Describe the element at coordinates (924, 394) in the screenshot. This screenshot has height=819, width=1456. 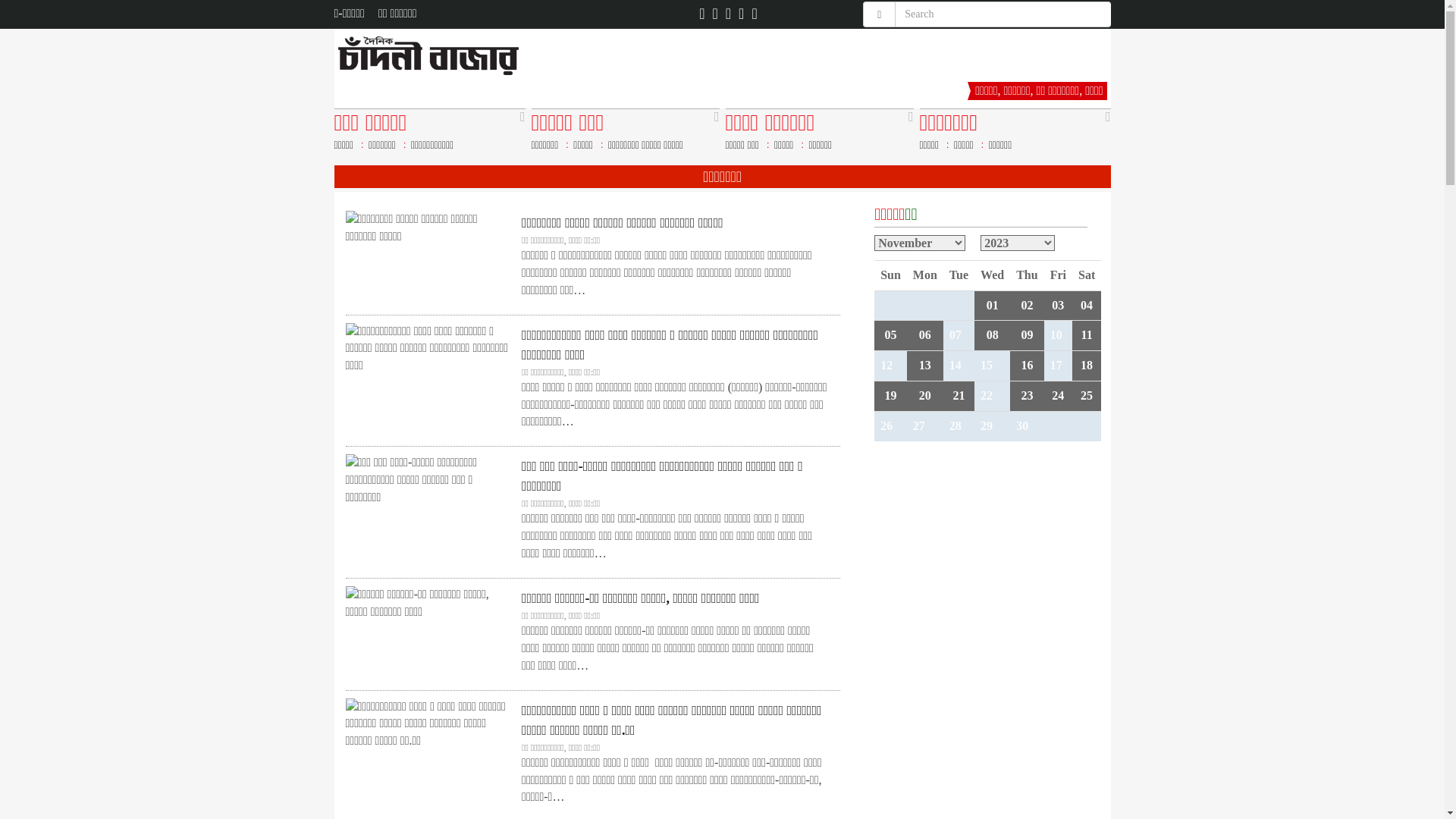
I see `'20'` at that location.